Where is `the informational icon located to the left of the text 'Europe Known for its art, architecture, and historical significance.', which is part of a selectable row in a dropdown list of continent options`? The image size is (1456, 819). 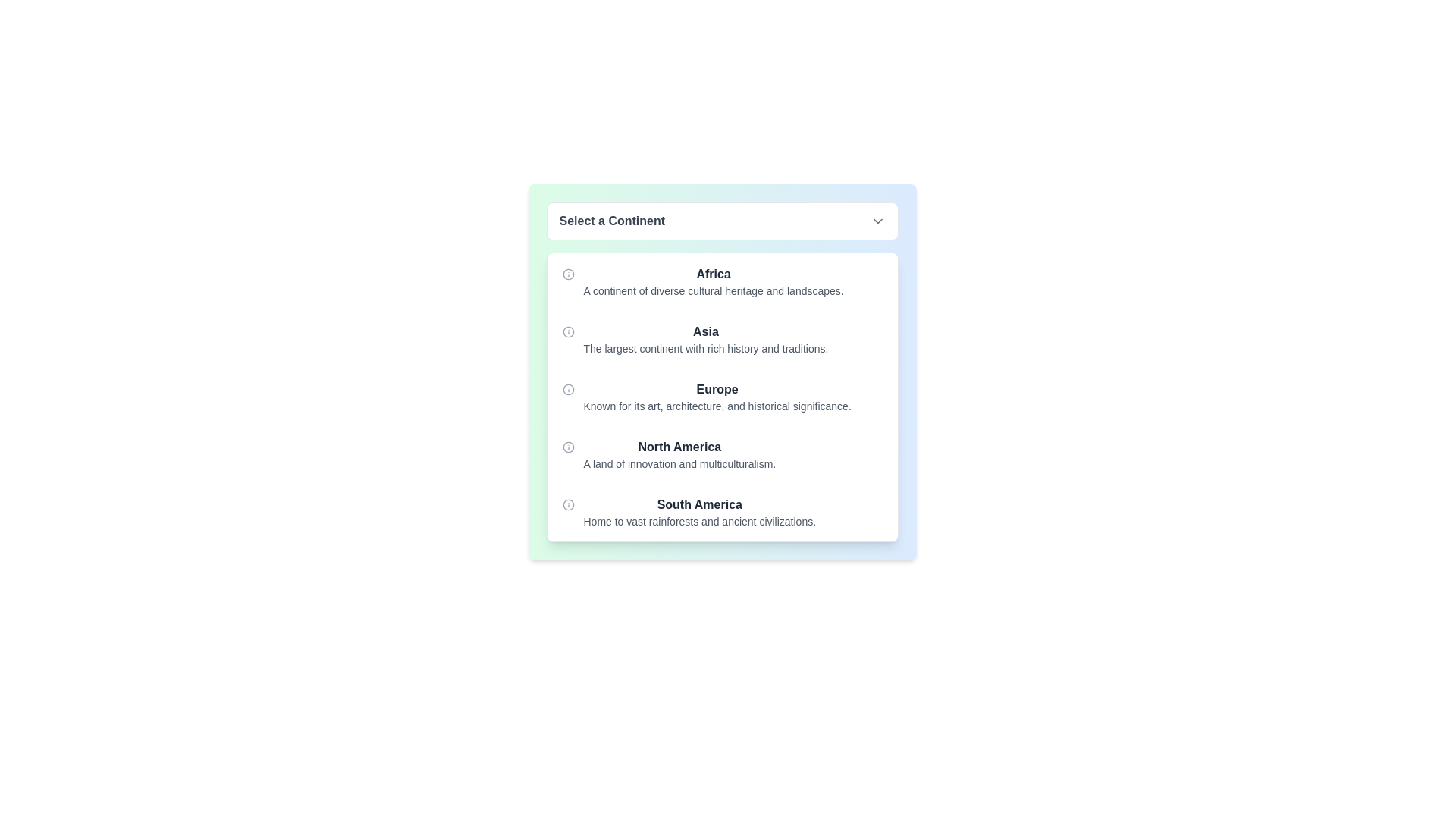
the informational icon located to the left of the text 'Europe Known for its art, architecture, and historical significance.', which is part of a selectable row in a dropdown list of continent options is located at coordinates (567, 388).